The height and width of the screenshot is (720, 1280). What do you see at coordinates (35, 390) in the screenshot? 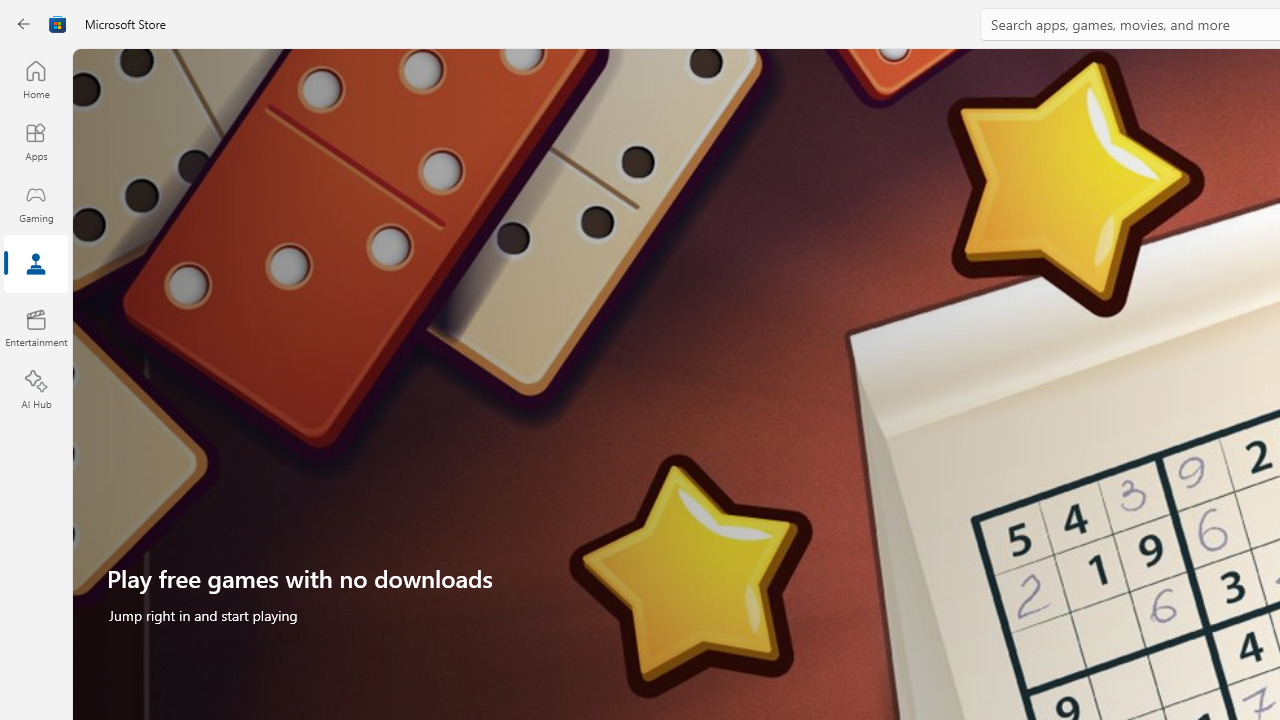
I see `'AI Hub'` at bounding box center [35, 390].